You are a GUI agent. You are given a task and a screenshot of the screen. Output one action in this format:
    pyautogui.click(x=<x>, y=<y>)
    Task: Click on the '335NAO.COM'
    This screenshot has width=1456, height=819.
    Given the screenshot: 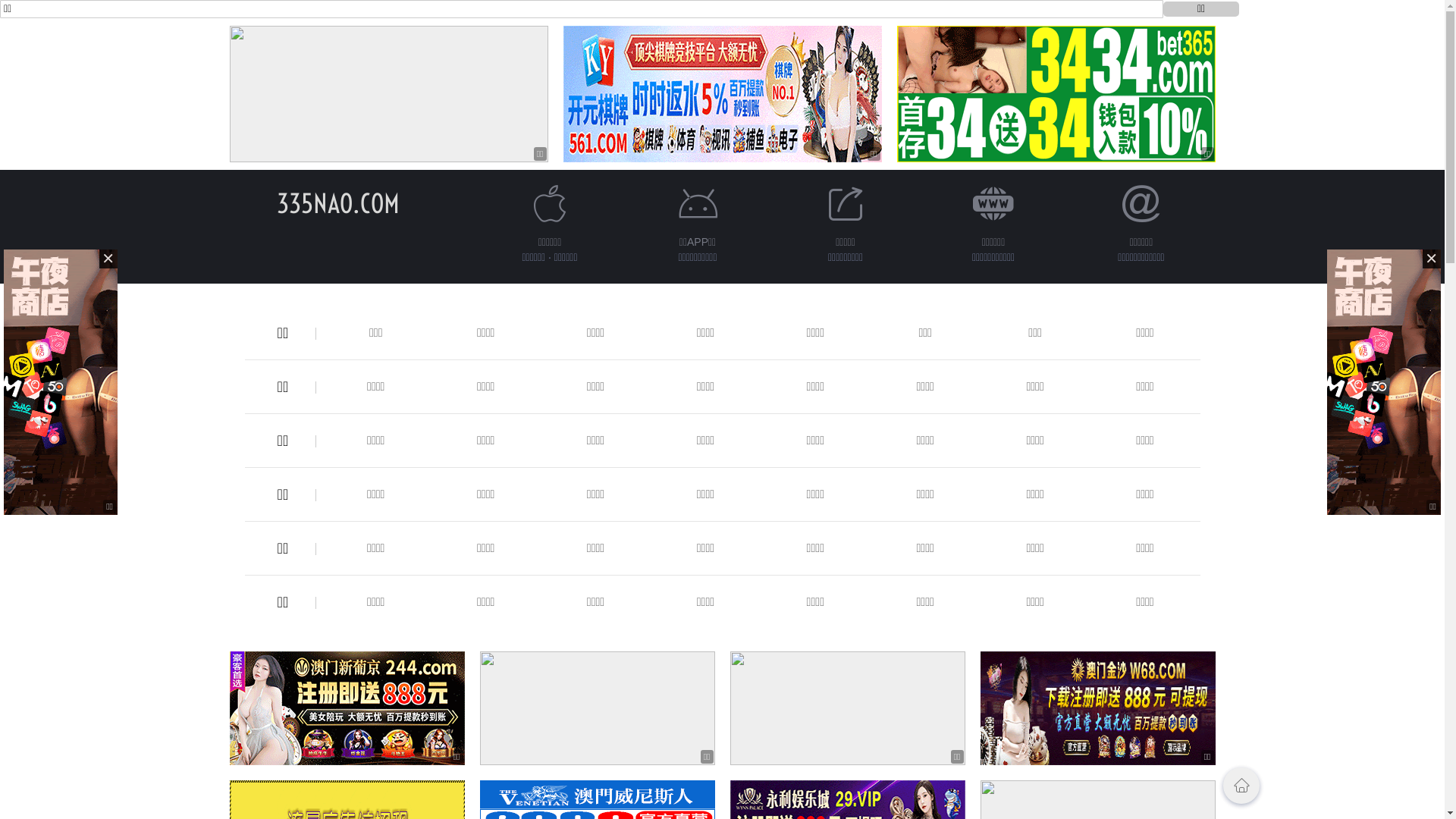 What is the action you would take?
    pyautogui.click(x=337, y=202)
    